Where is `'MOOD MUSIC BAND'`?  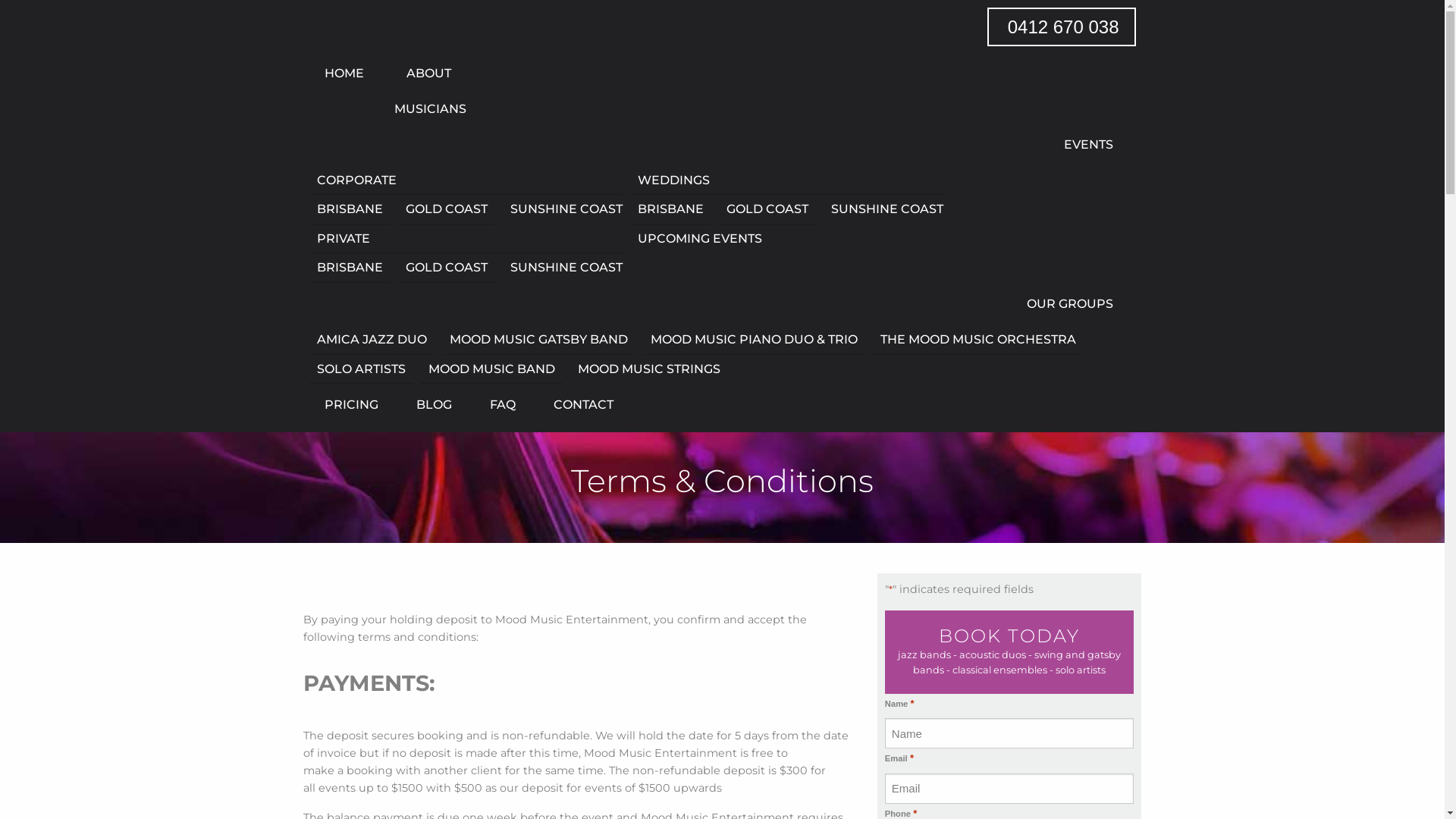
'MOOD MUSIC BAND' is located at coordinates (491, 369).